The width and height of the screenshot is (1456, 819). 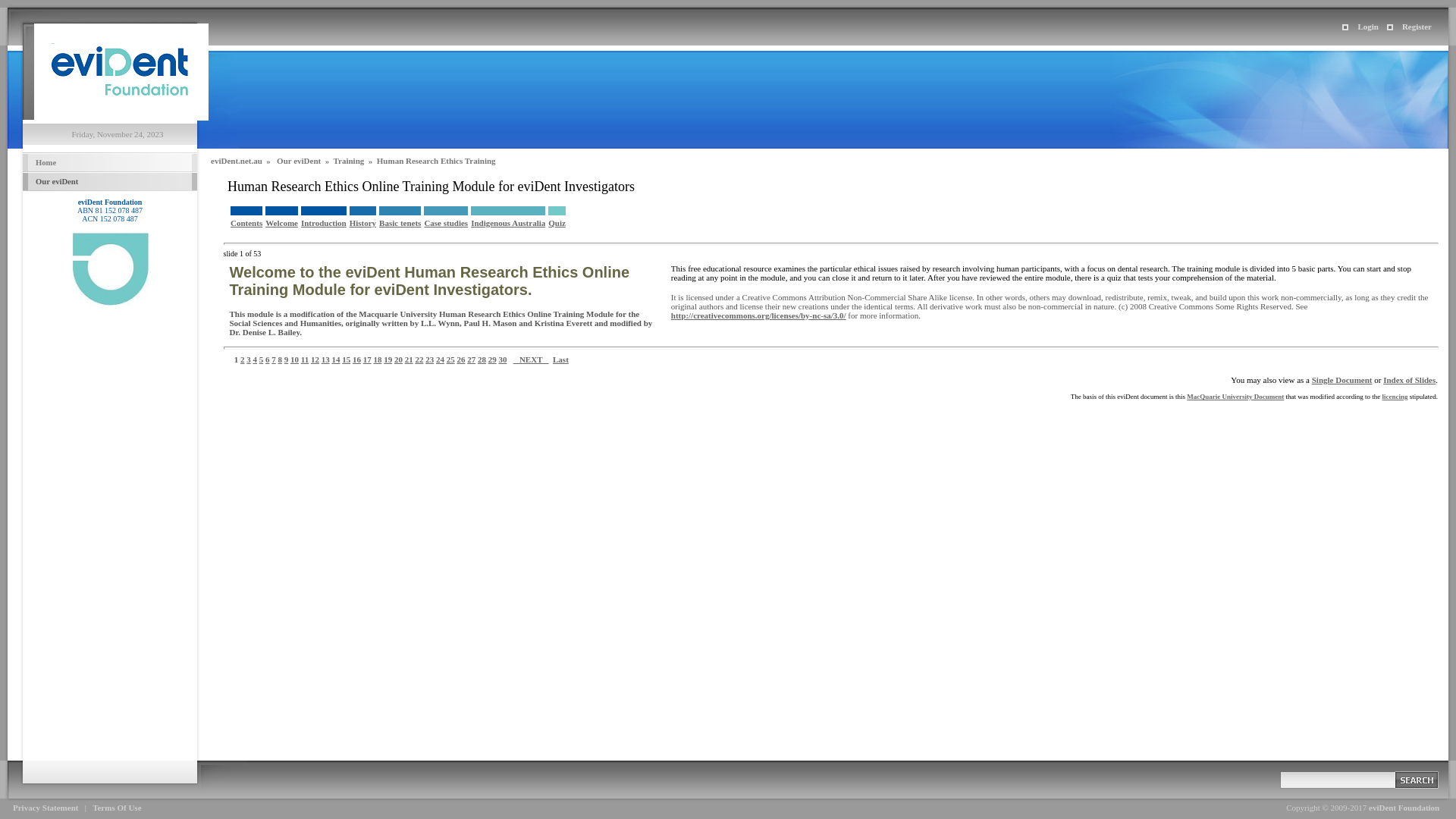 I want to click on ' ', so click(x=1417, y=780).